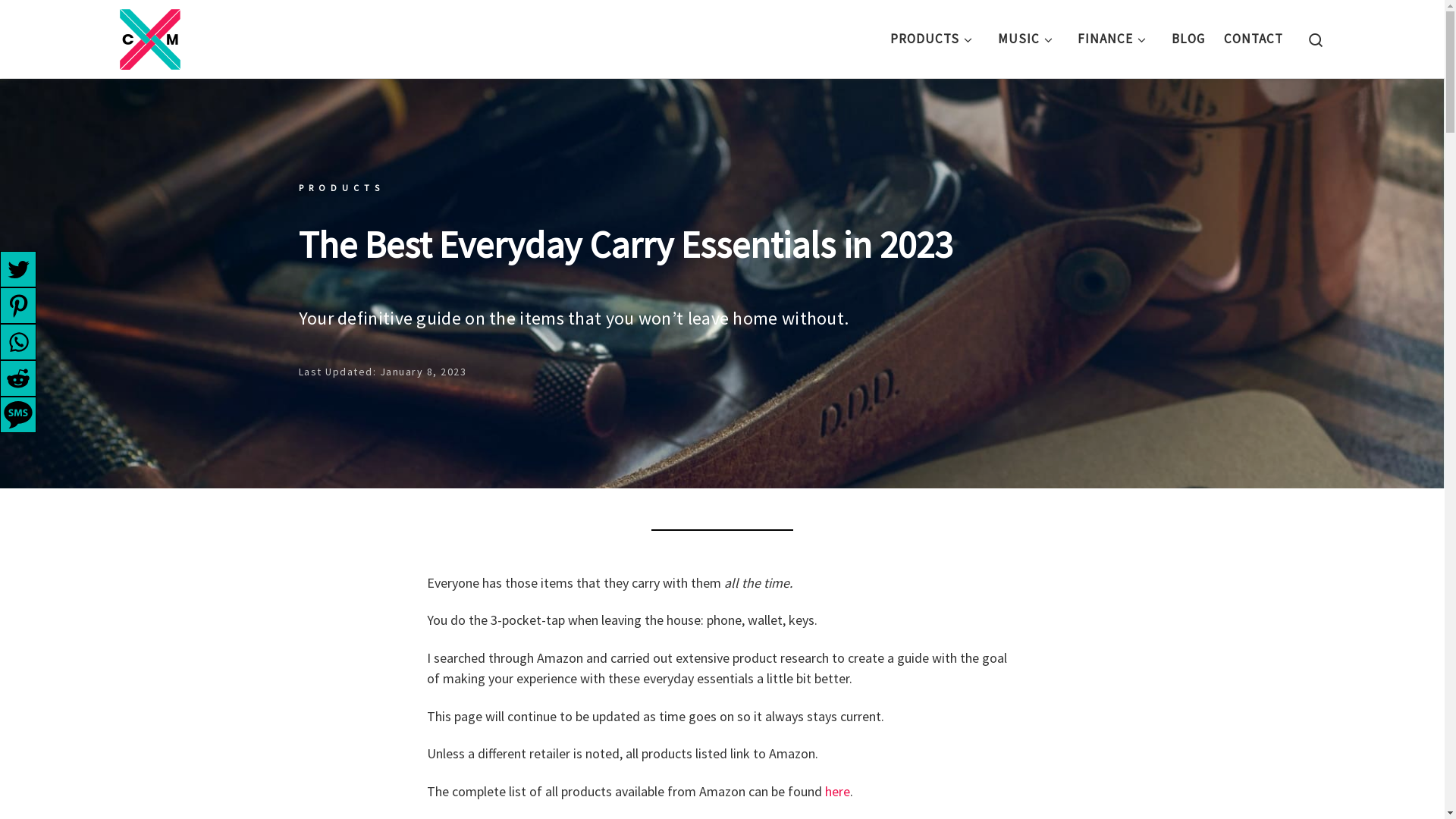 Image resolution: width=1456 pixels, height=819 pixels. Describe the element at coordinates (836, 790) in the screenshot. I see `'here'` at that location.